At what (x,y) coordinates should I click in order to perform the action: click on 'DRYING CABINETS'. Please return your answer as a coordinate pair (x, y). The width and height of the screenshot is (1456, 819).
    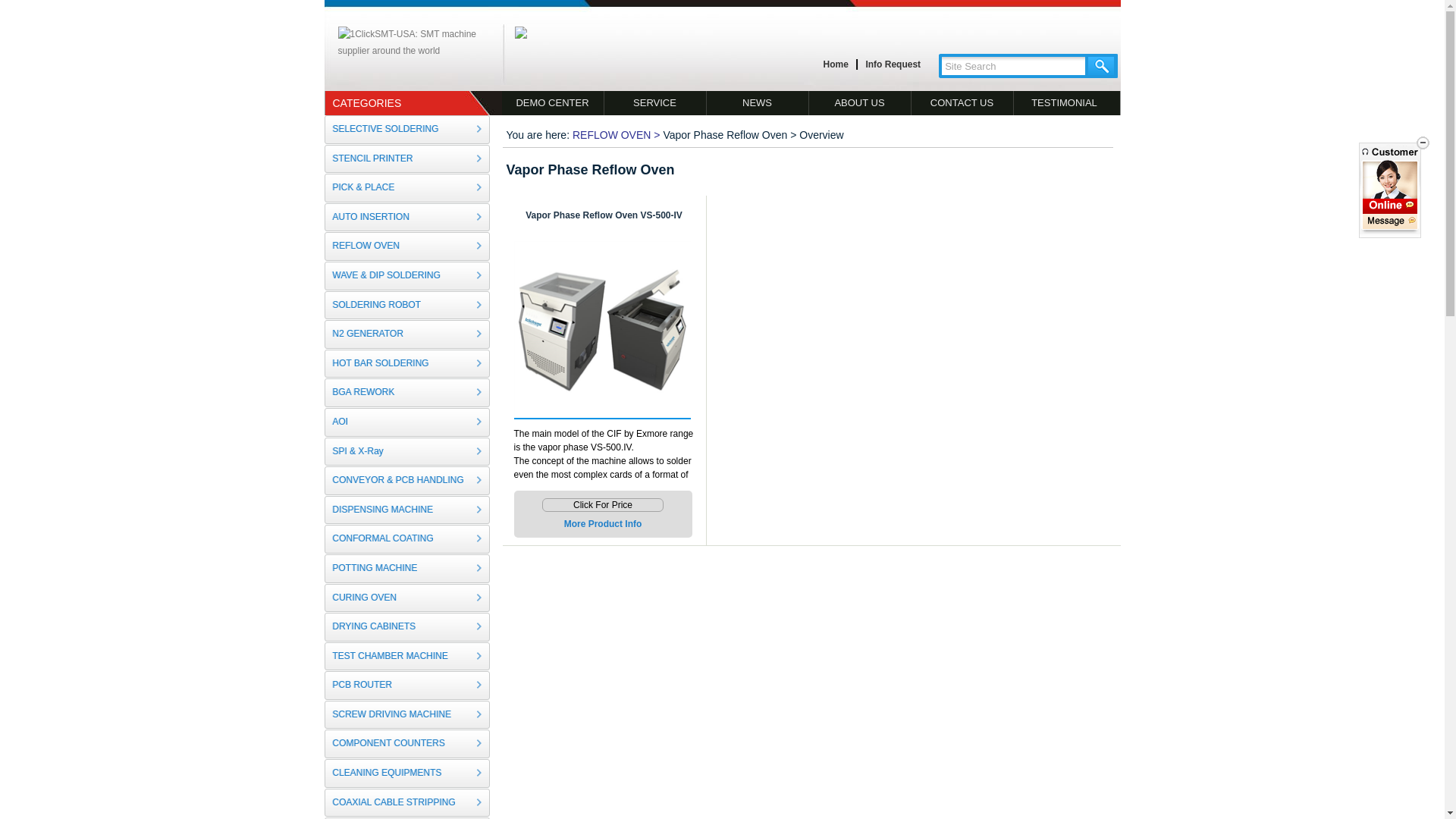
    Looking at the image, I should click on (323, 626).